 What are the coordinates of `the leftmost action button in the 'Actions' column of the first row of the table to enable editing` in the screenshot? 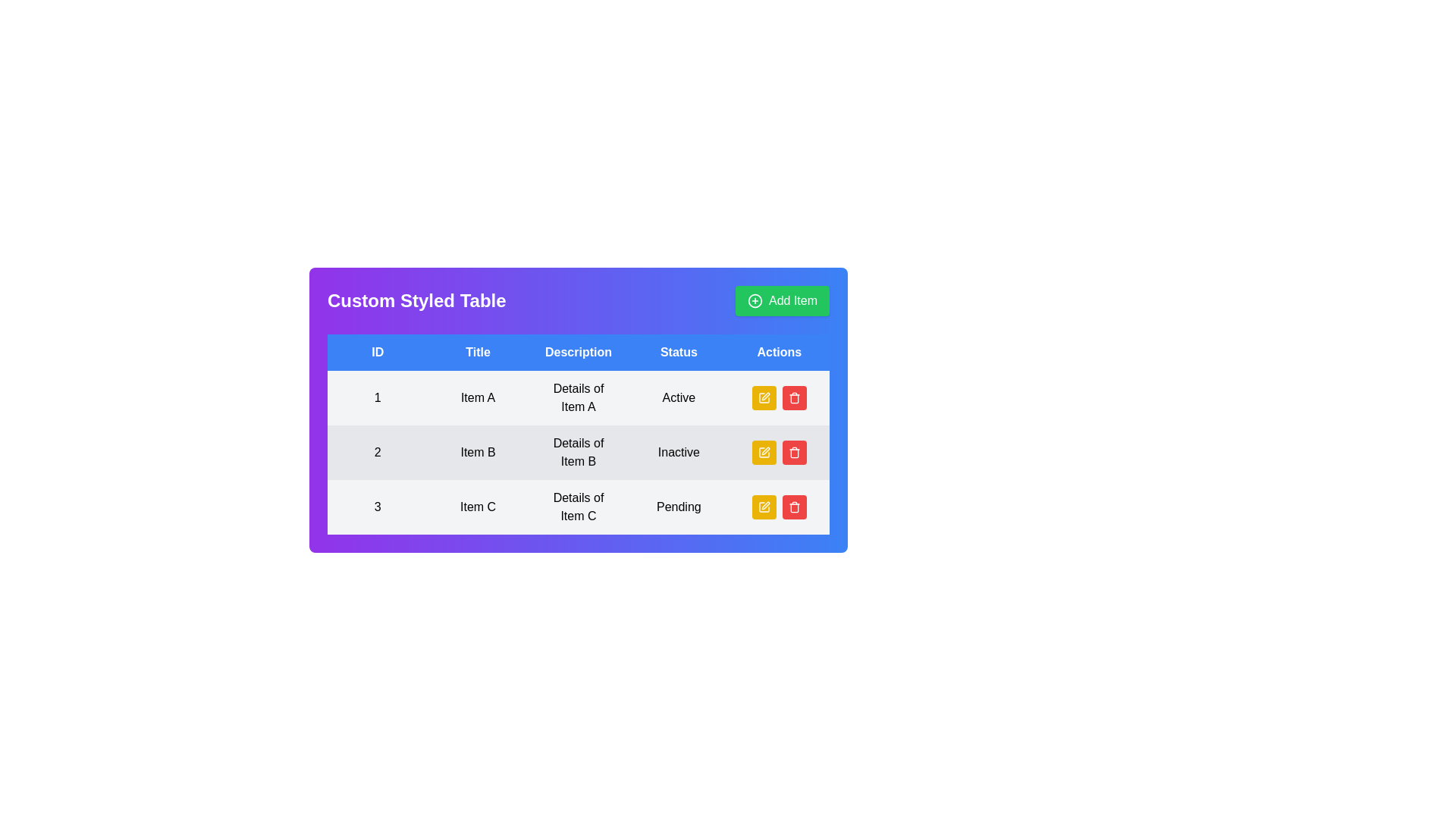 It's located at (764, 397).